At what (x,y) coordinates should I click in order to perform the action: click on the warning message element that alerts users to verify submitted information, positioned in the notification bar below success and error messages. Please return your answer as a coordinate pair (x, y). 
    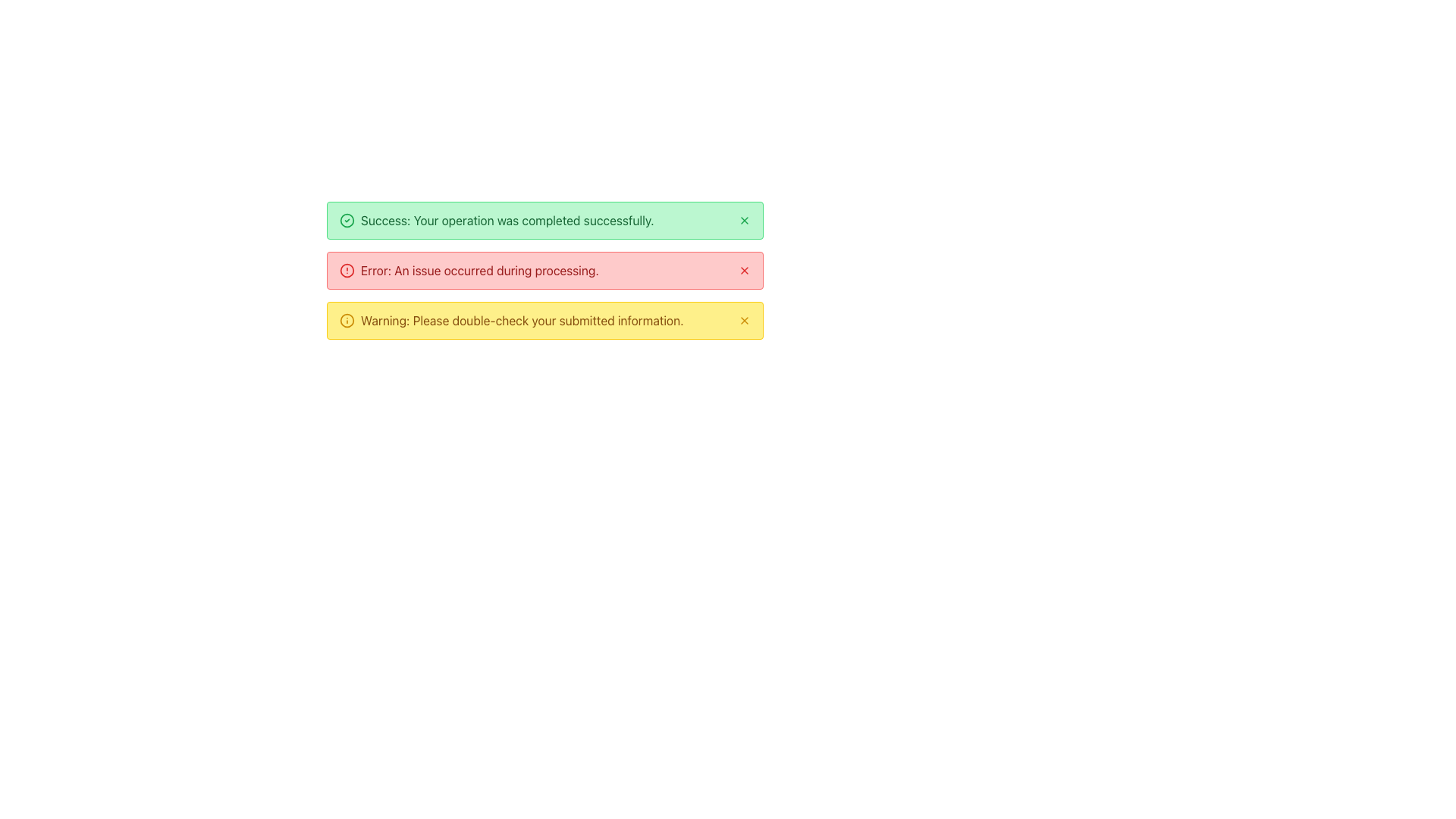
    Looking at the image, I should click on (522, 320).